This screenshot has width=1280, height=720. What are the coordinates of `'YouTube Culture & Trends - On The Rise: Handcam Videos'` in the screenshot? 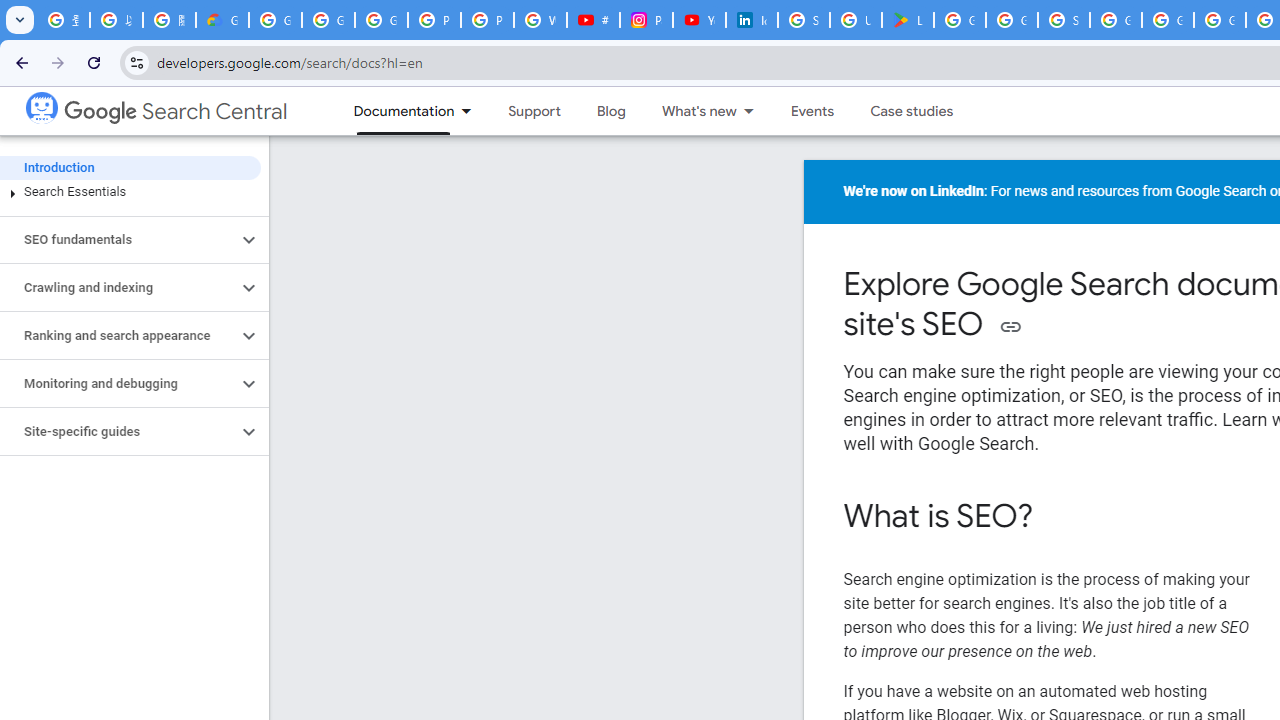 It's located at (699, 20).